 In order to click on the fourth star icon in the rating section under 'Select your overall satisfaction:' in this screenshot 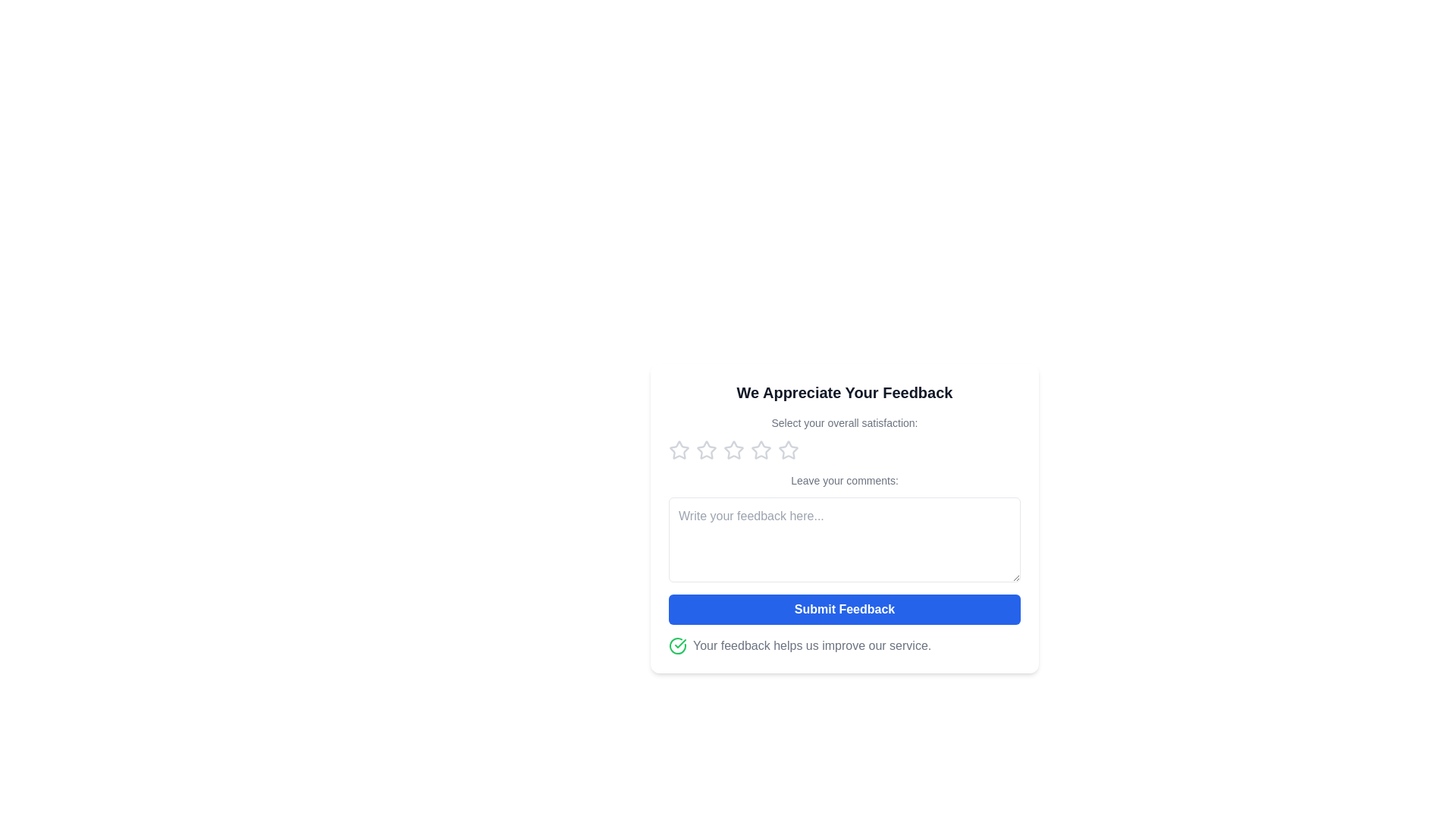, I will do `click(761, 450)`.